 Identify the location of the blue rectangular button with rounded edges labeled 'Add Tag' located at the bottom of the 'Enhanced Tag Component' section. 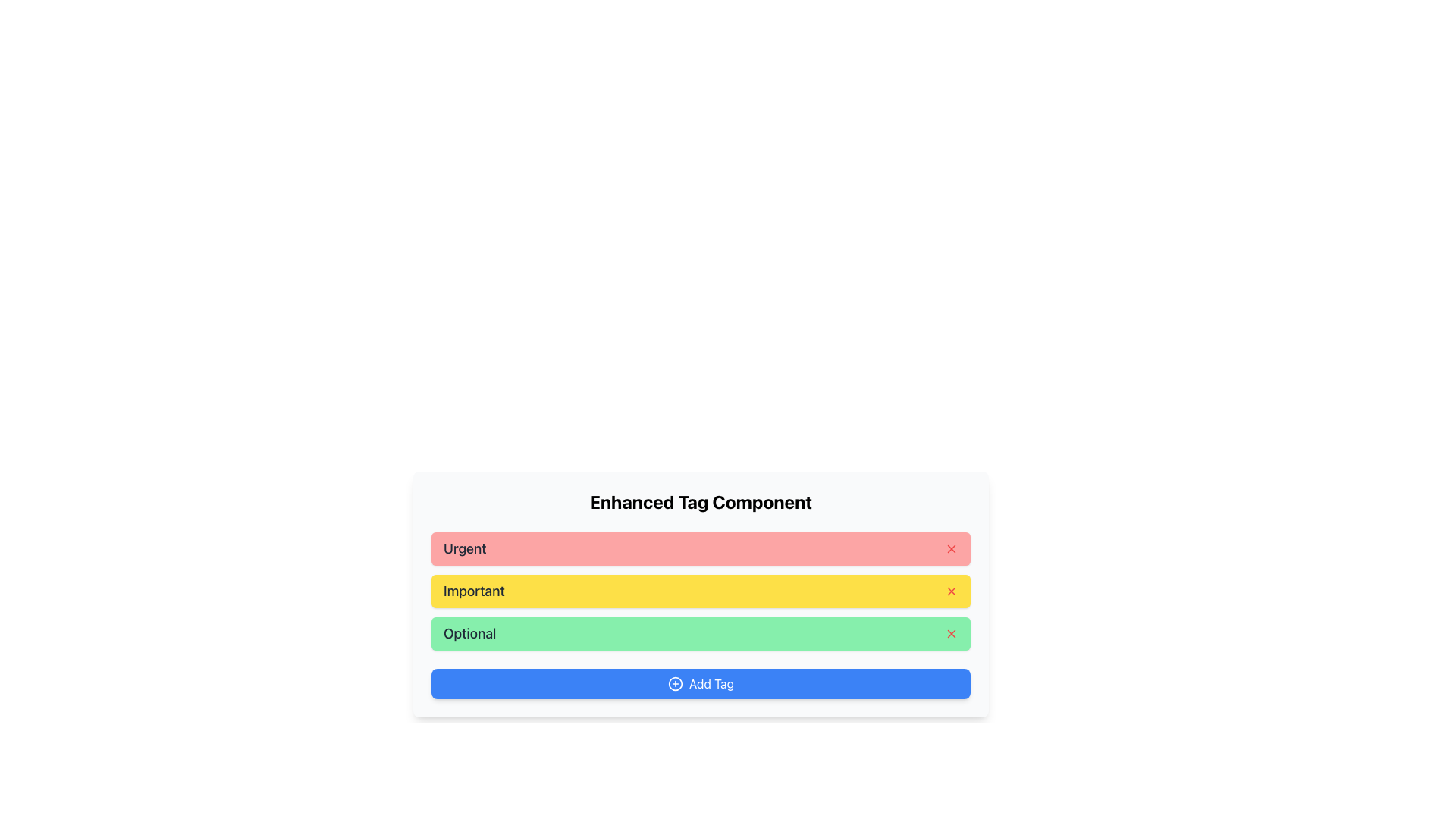
(700, 684).